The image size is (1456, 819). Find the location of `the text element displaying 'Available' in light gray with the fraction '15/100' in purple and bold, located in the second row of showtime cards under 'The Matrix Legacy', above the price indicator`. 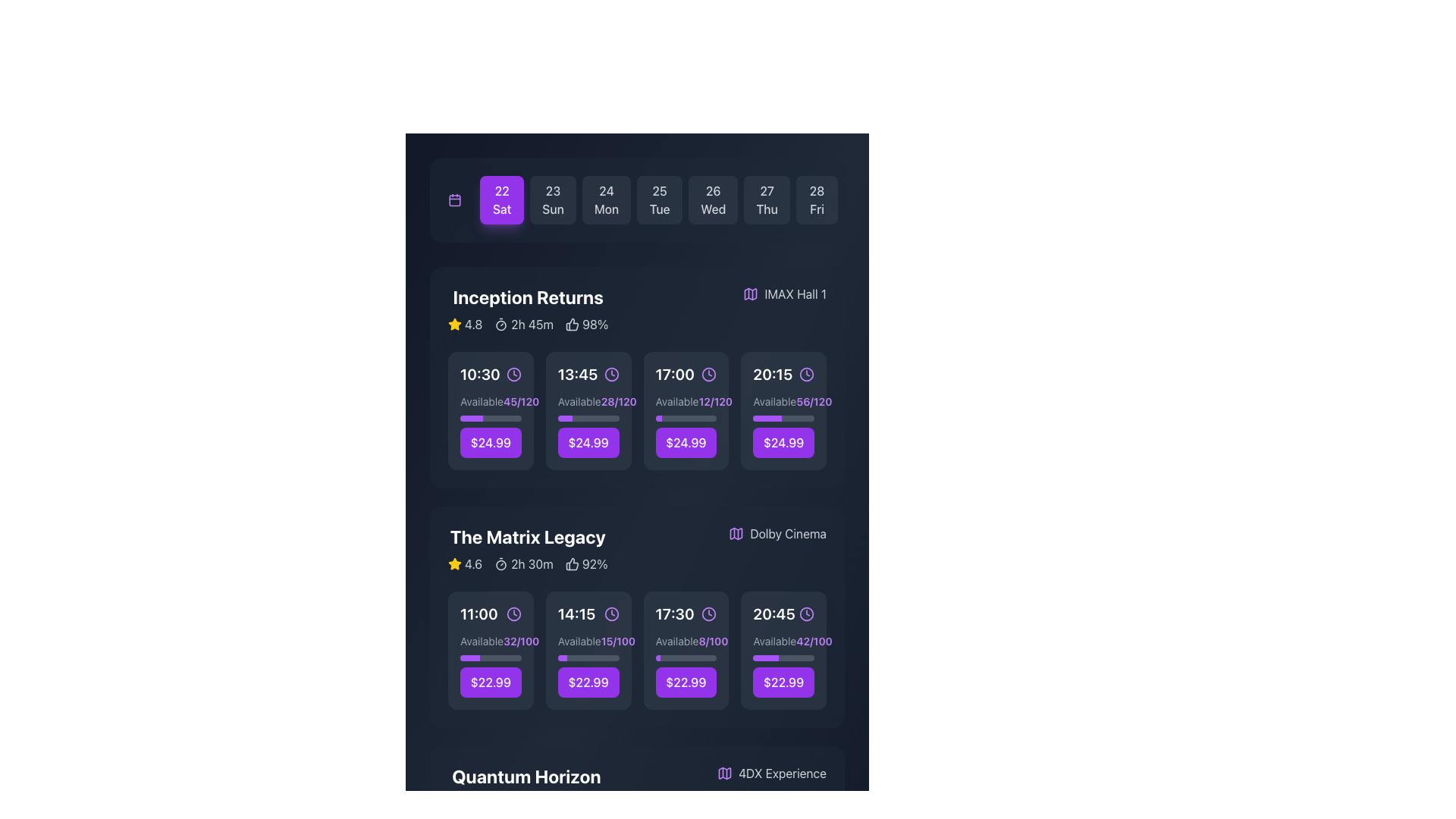

the text element displaying 'Available' in light gray with the fraction '15/100' in purple and bold, located in the second row of showtime cards under 'The Matrix Legacy', above the price indicator is located at coordinates (588, 641).